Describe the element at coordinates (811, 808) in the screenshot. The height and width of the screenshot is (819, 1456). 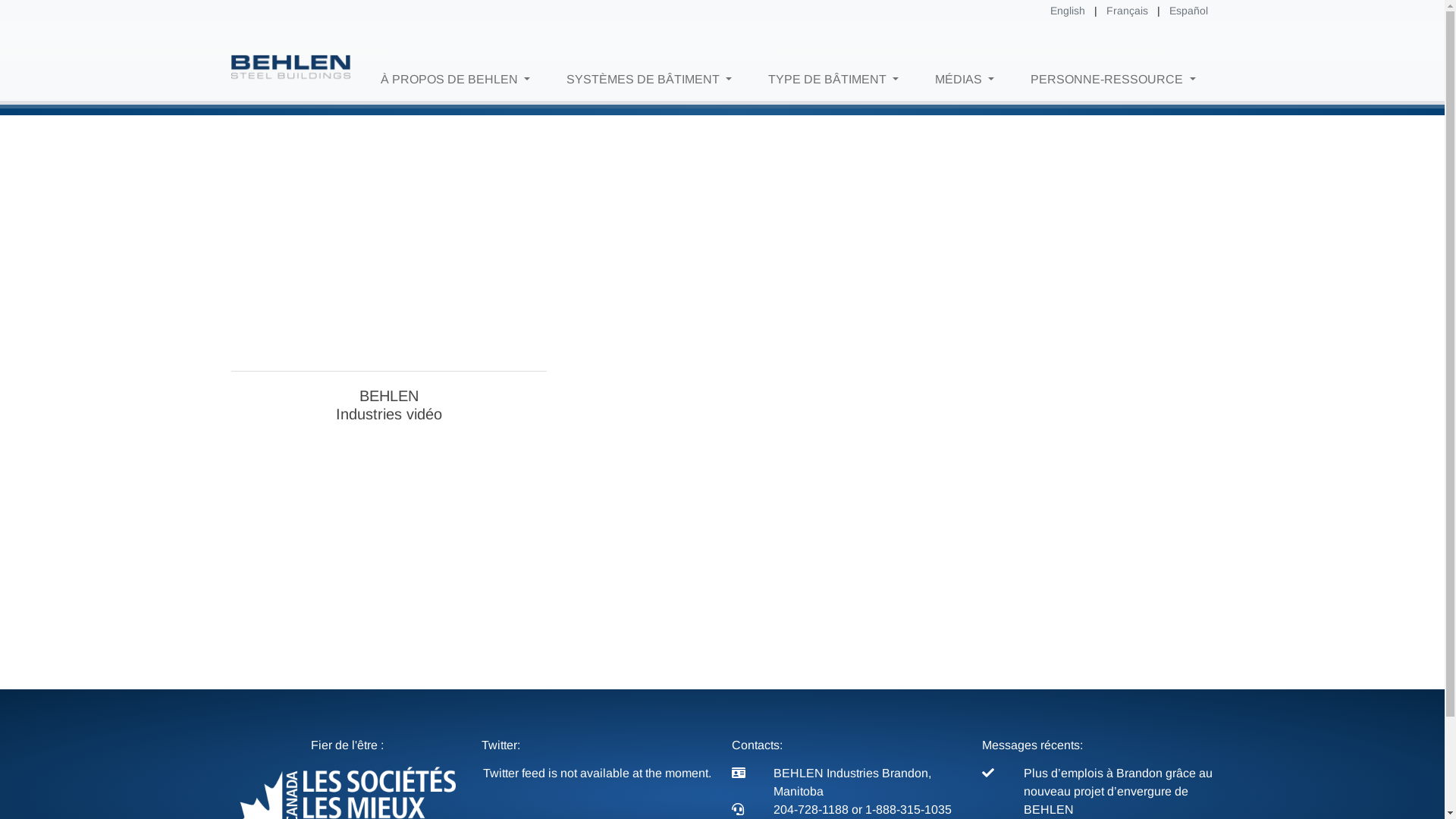
I see `'204-728-1188'` at that location.